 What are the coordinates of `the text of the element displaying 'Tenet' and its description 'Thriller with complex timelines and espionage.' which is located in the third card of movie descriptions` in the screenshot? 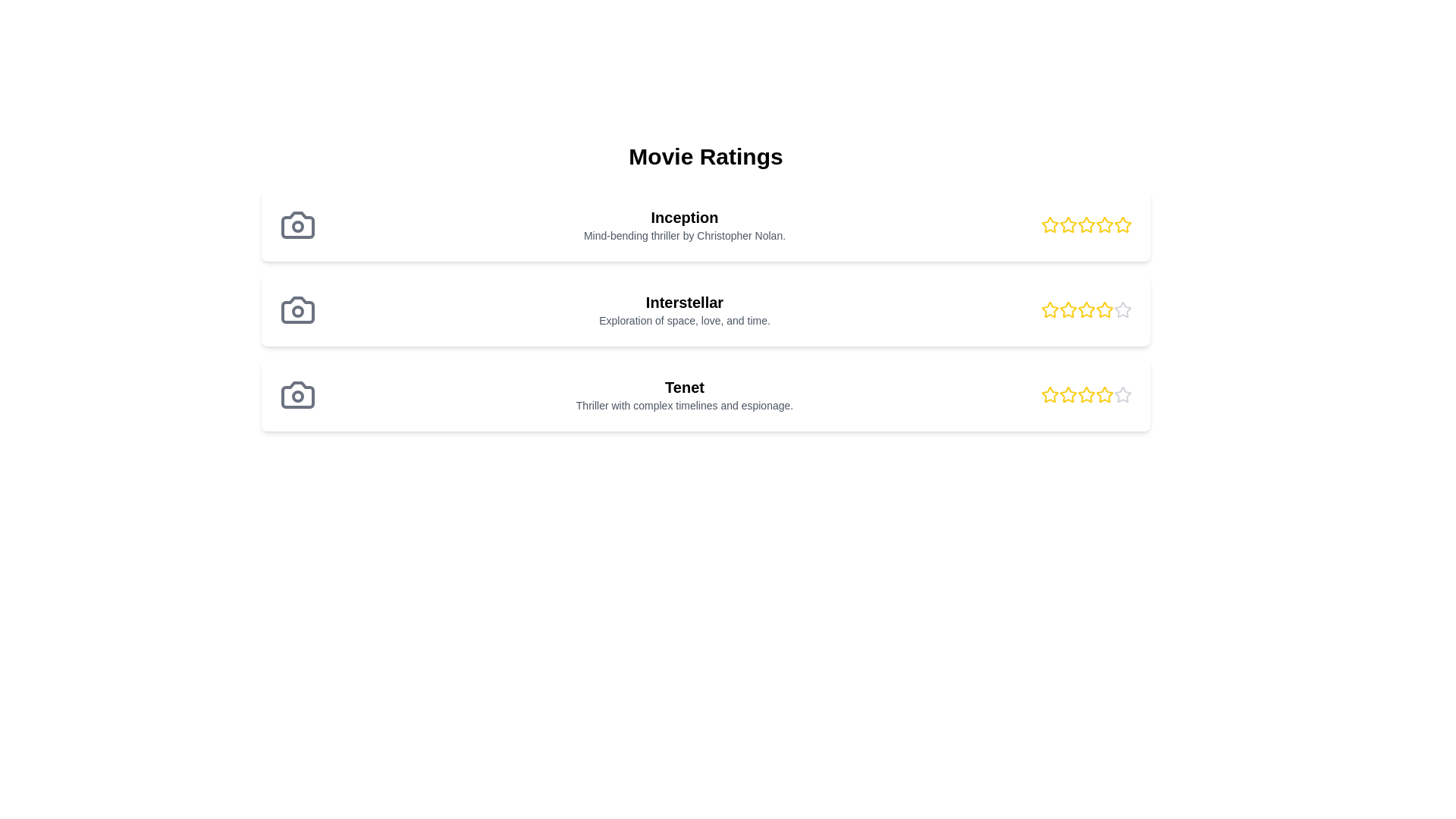 It's located at (683, 394).